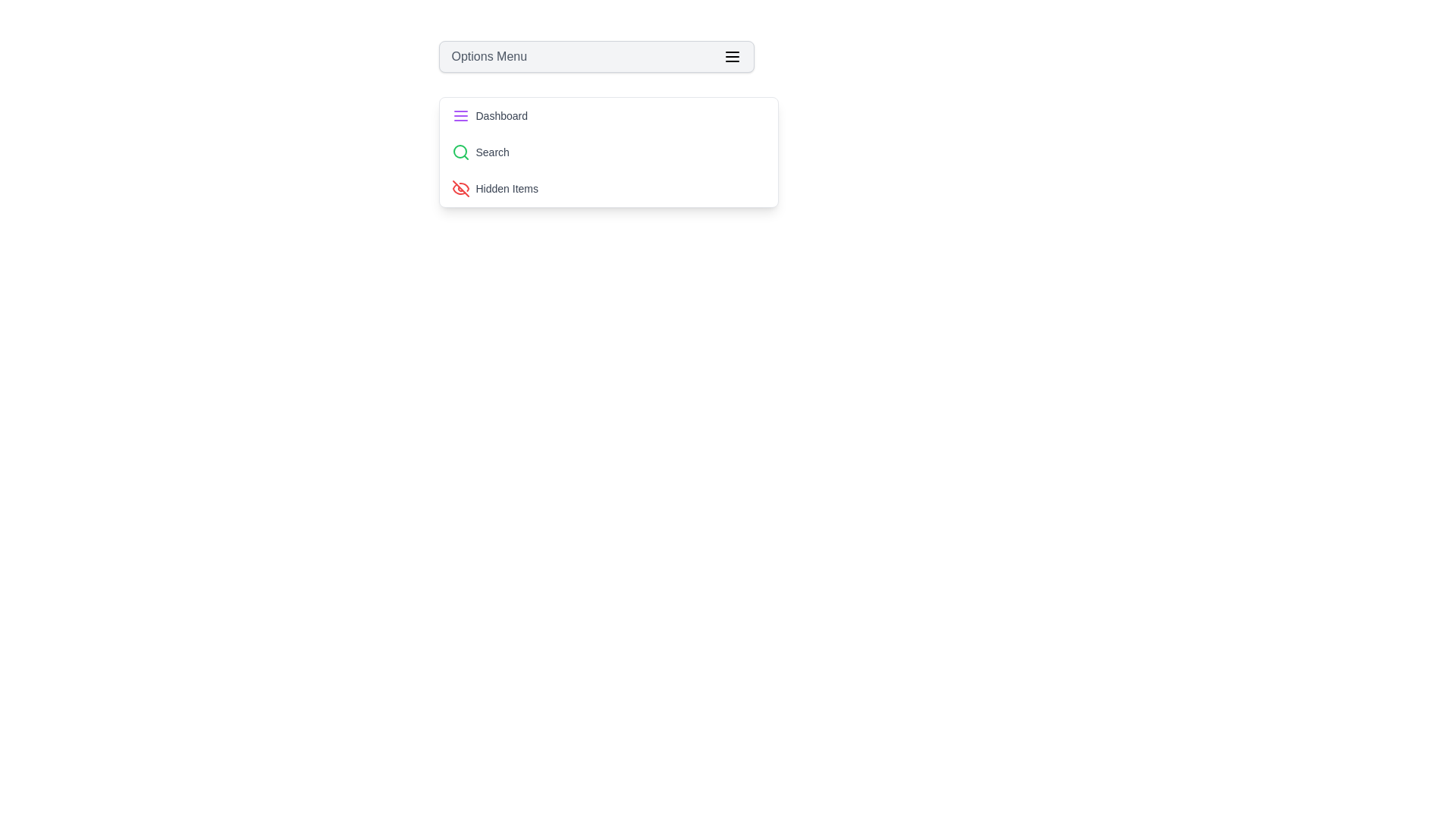 The image size is (1456, 819). What do you see at coordinates (460, 152) in the screenshot?
I see `the vivid green magnifying glass icon located to the left of the 'Search' text in the options menu` at bounding box center [460, 152].